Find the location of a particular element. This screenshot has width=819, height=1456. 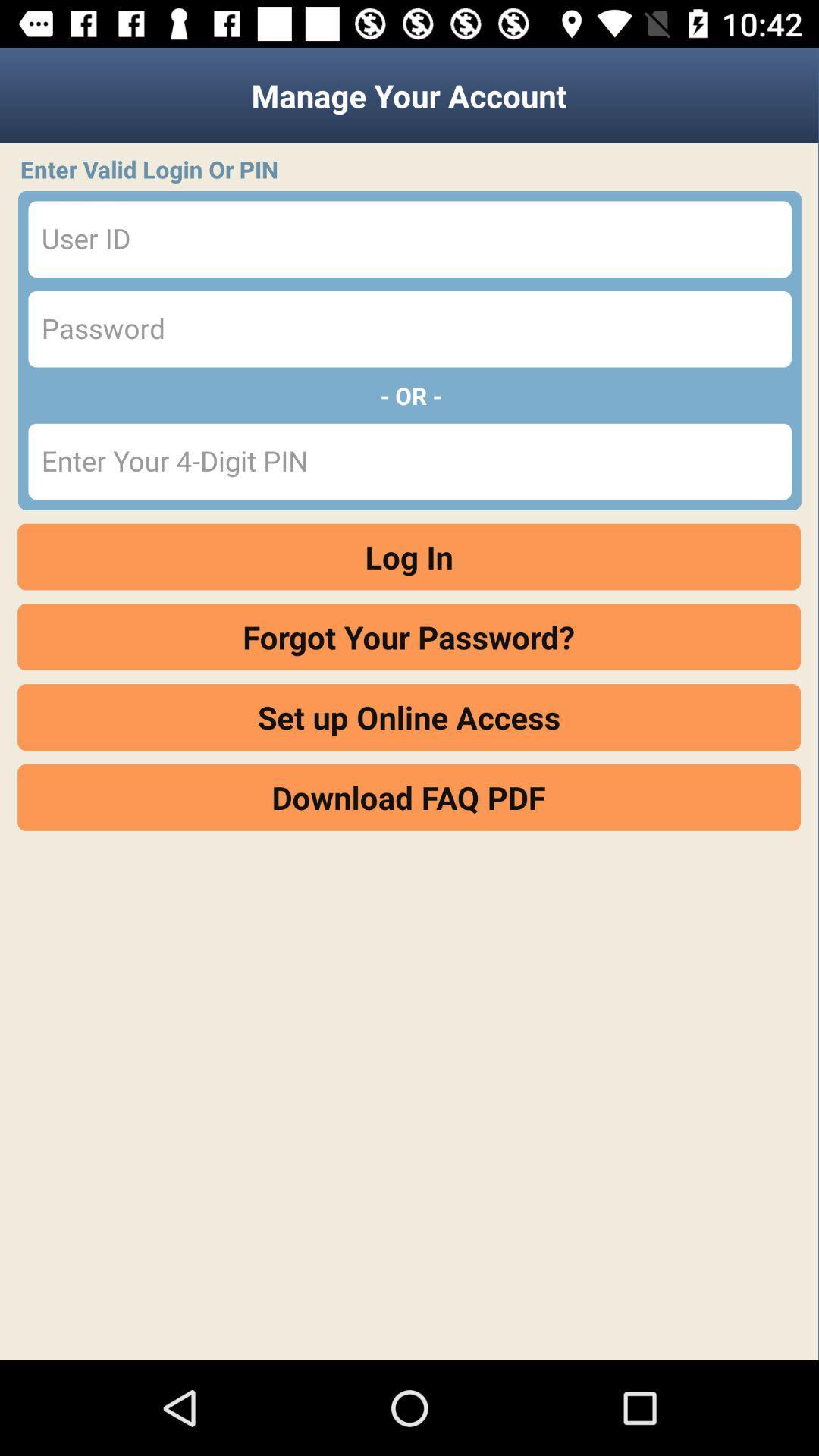

the forgot your password? item is located at coordinates (408, 637).